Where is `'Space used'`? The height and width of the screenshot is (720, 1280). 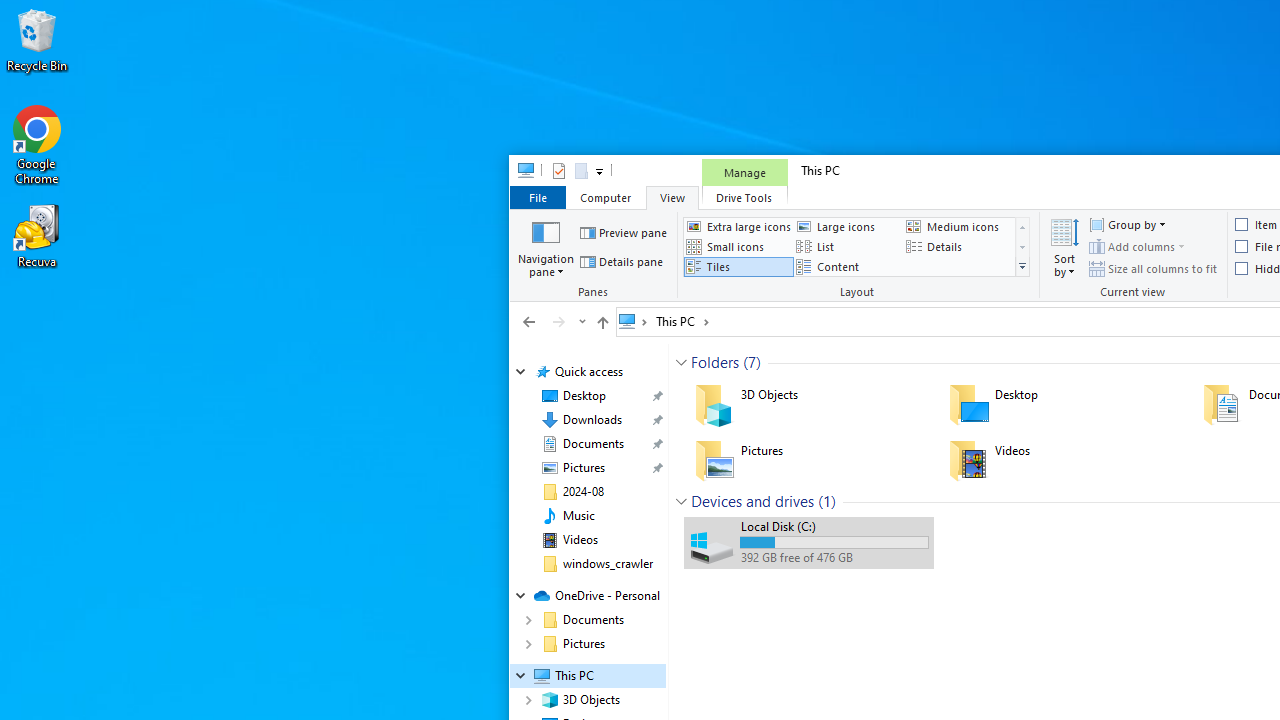 'Space used' is located at coordinates (834, 542).